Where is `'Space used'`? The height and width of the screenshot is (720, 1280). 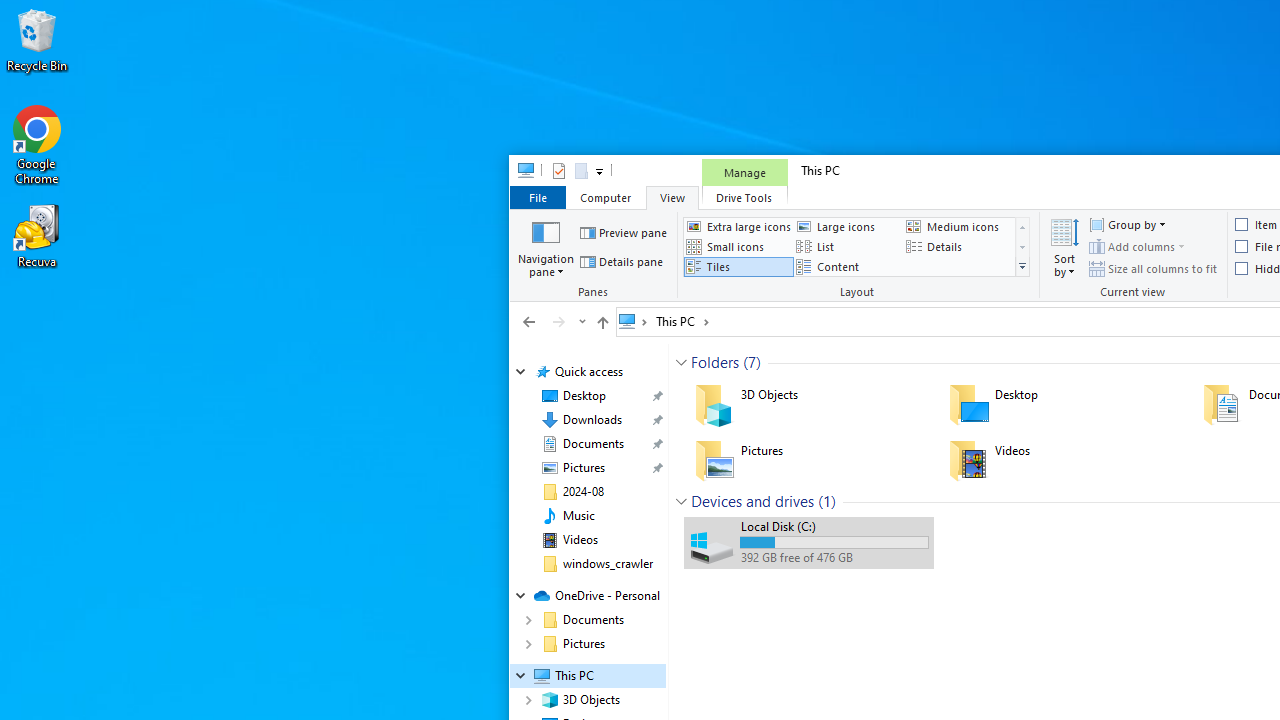 'Space used' is located at coordinates (834, 542).